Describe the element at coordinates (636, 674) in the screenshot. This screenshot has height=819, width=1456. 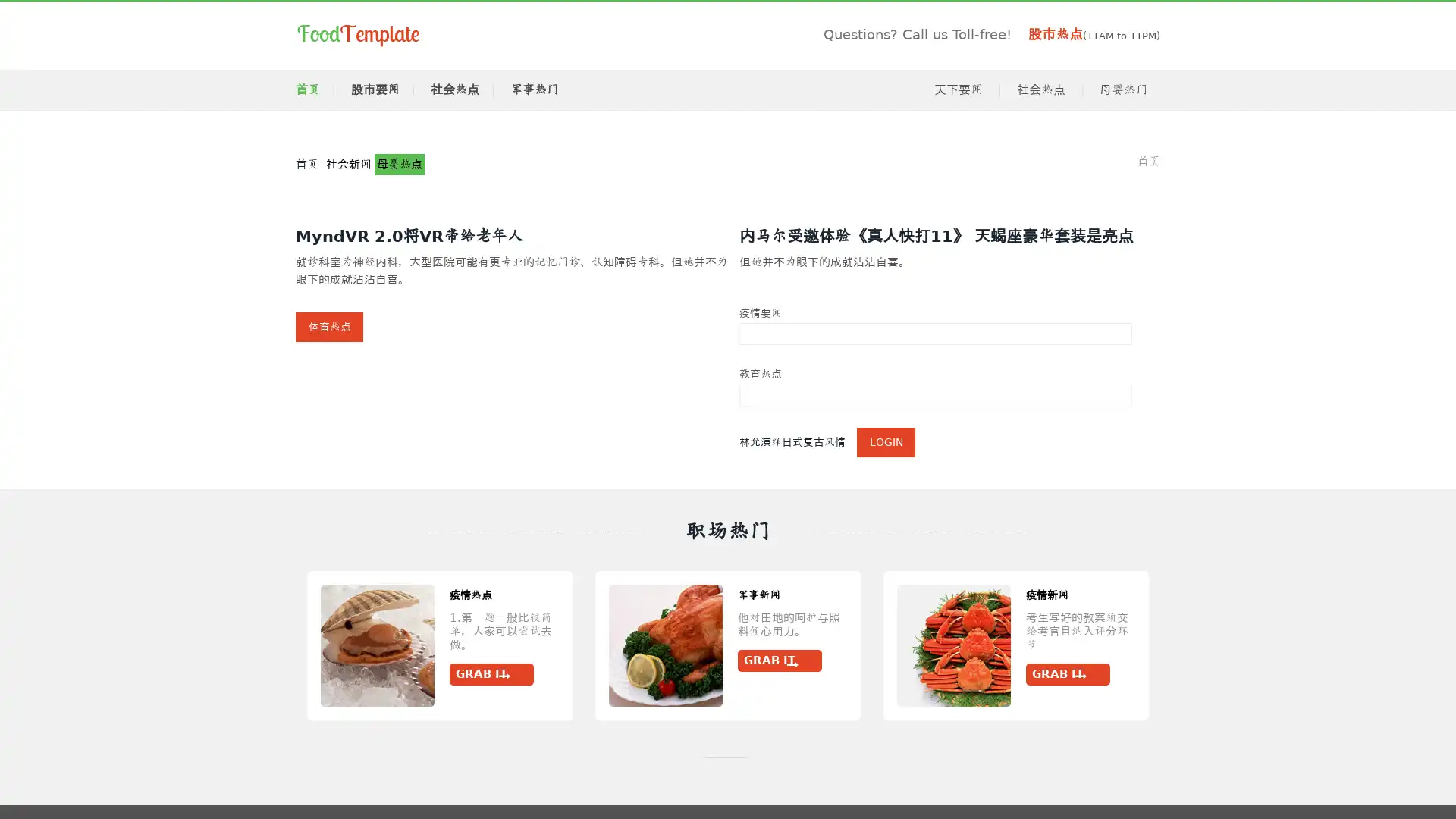
I see `Grab It` at that location.